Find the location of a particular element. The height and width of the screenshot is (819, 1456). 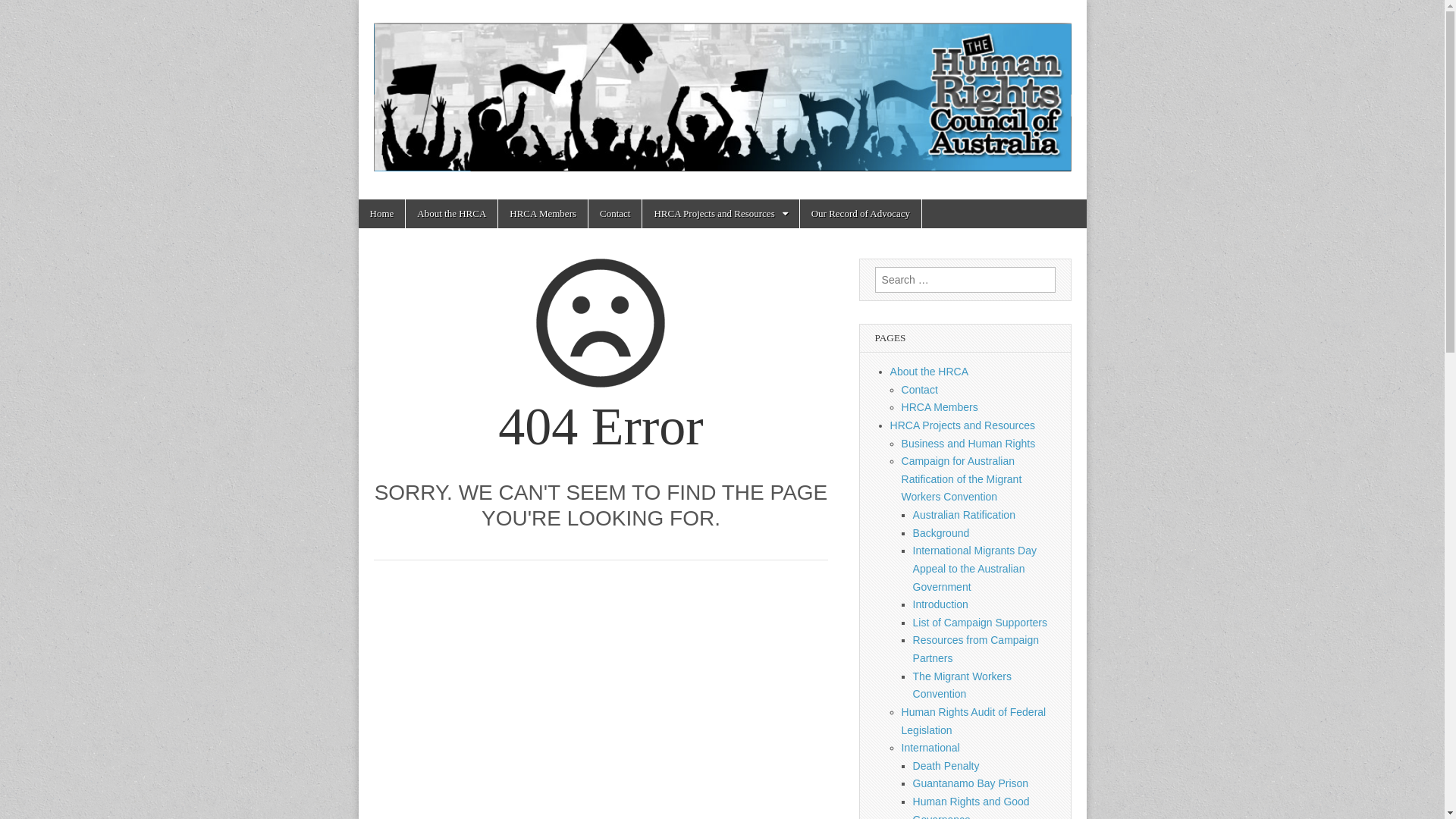

'Business and Human Rights' is located at coordinates (968, 444).